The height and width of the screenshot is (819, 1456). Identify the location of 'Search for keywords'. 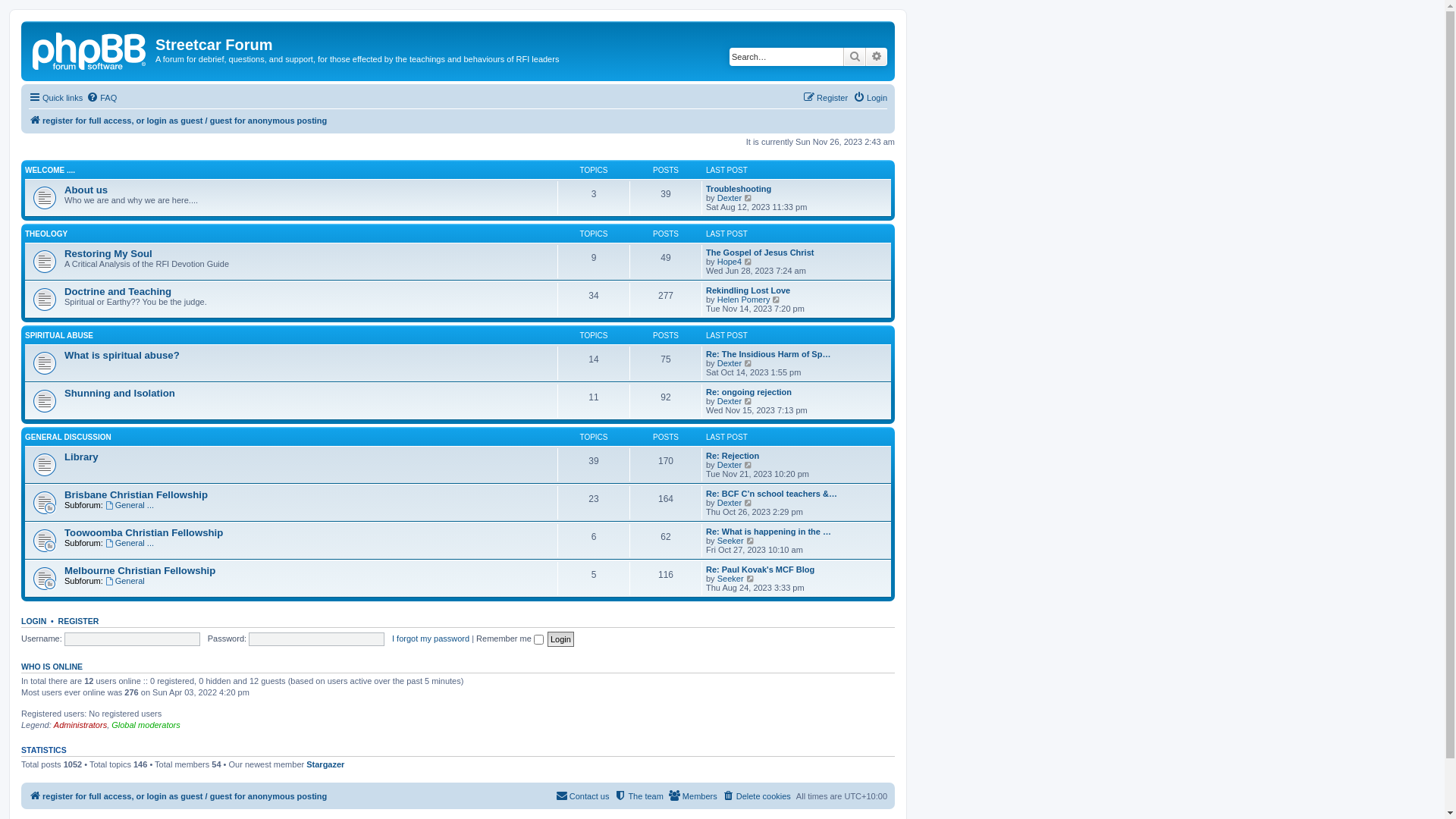
(729, 55).